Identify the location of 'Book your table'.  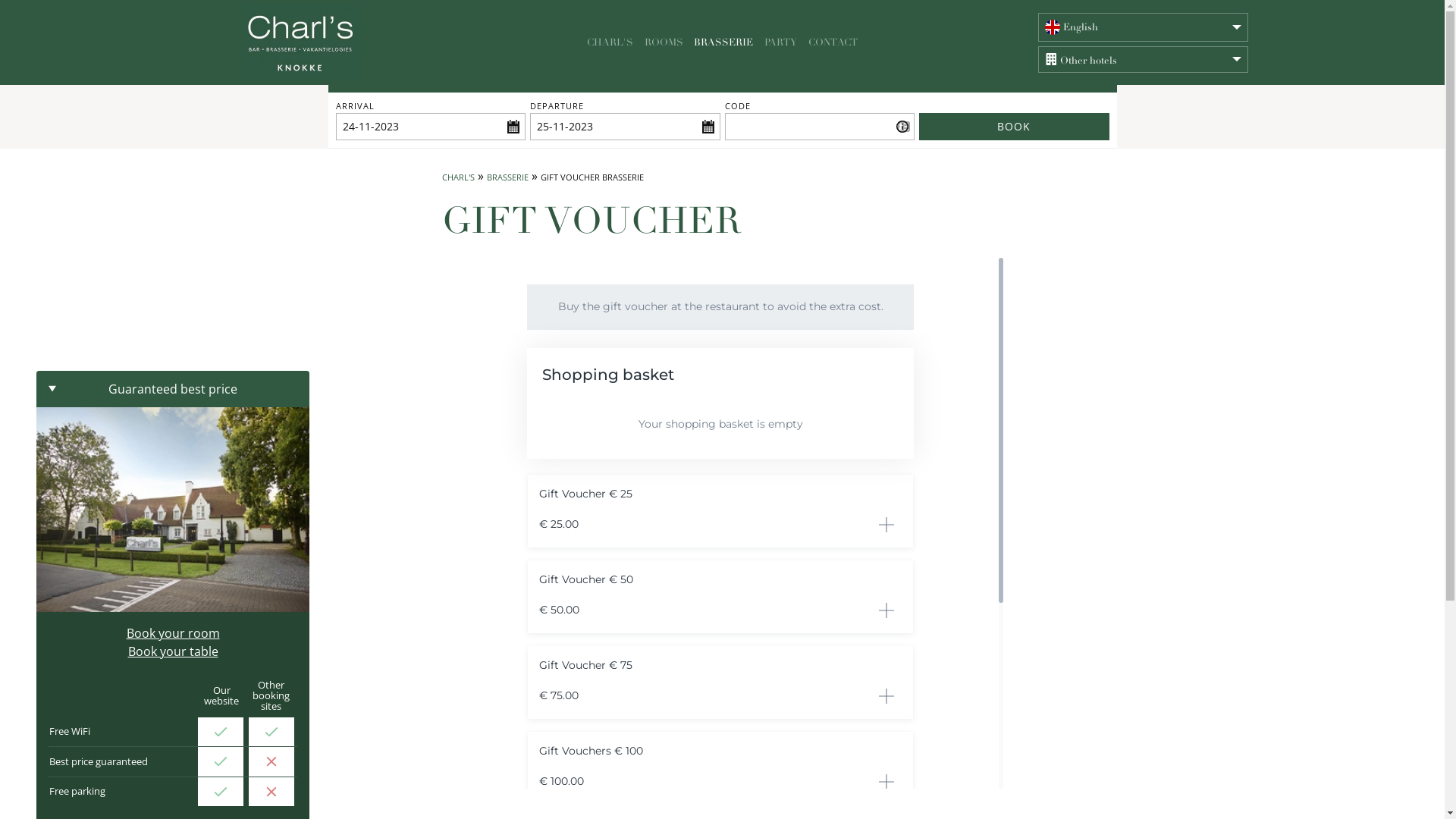
(172, 651).